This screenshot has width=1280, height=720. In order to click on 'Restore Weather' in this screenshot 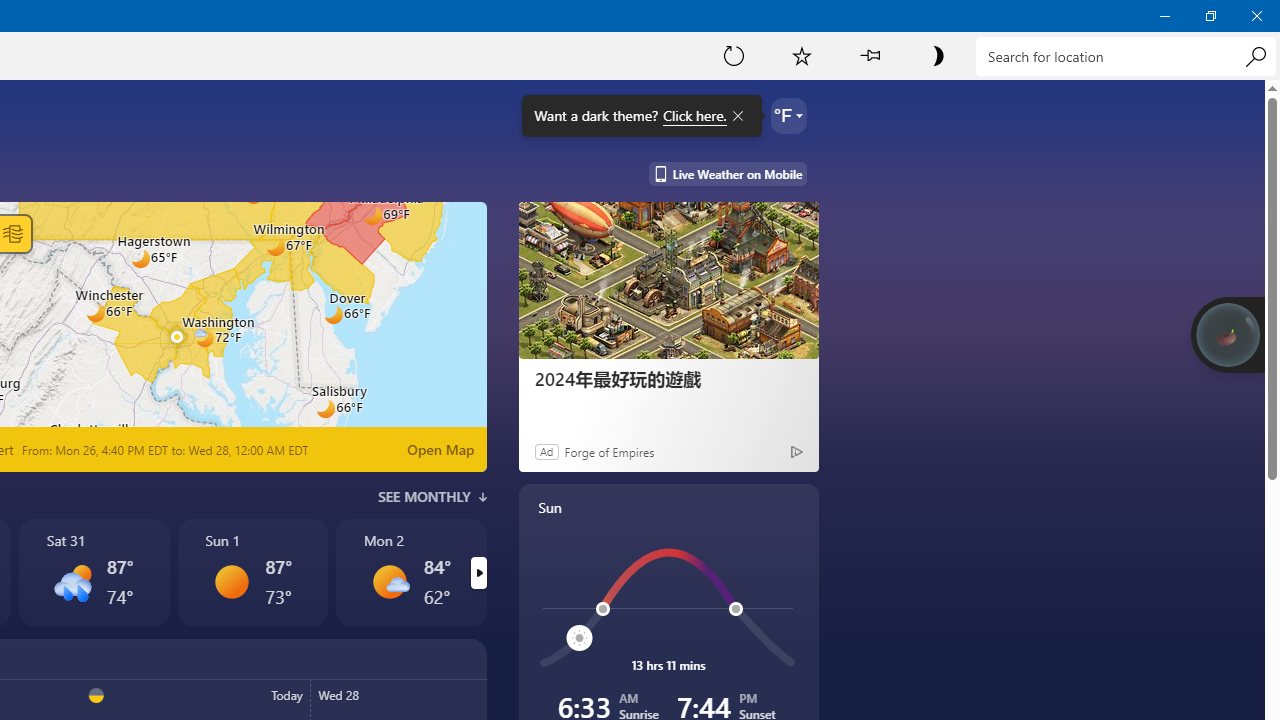, I will do `click(1209, 15)`.